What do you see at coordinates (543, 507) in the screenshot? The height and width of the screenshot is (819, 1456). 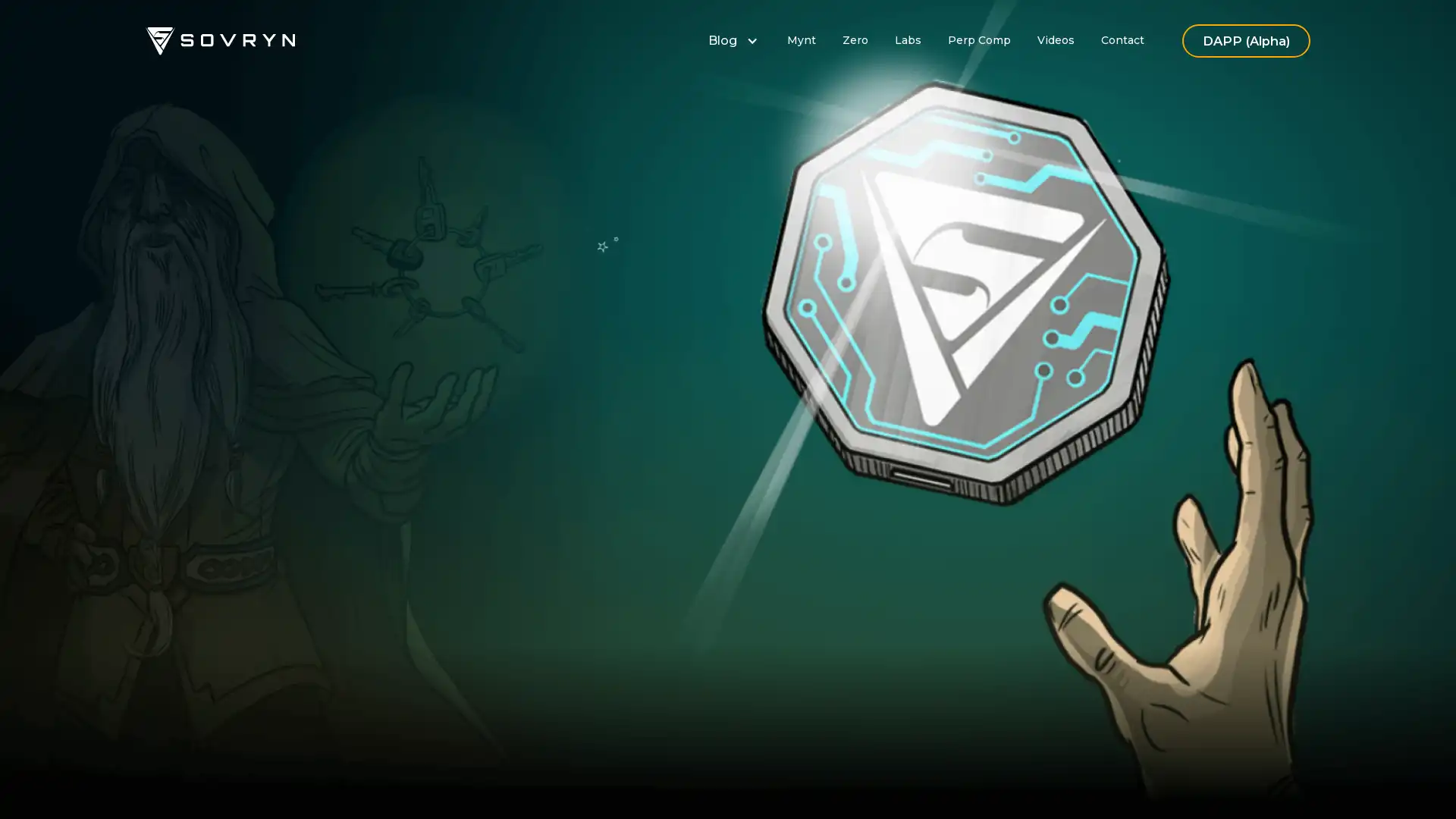 I see `Sign me up!` at bounding box center [543, 507].